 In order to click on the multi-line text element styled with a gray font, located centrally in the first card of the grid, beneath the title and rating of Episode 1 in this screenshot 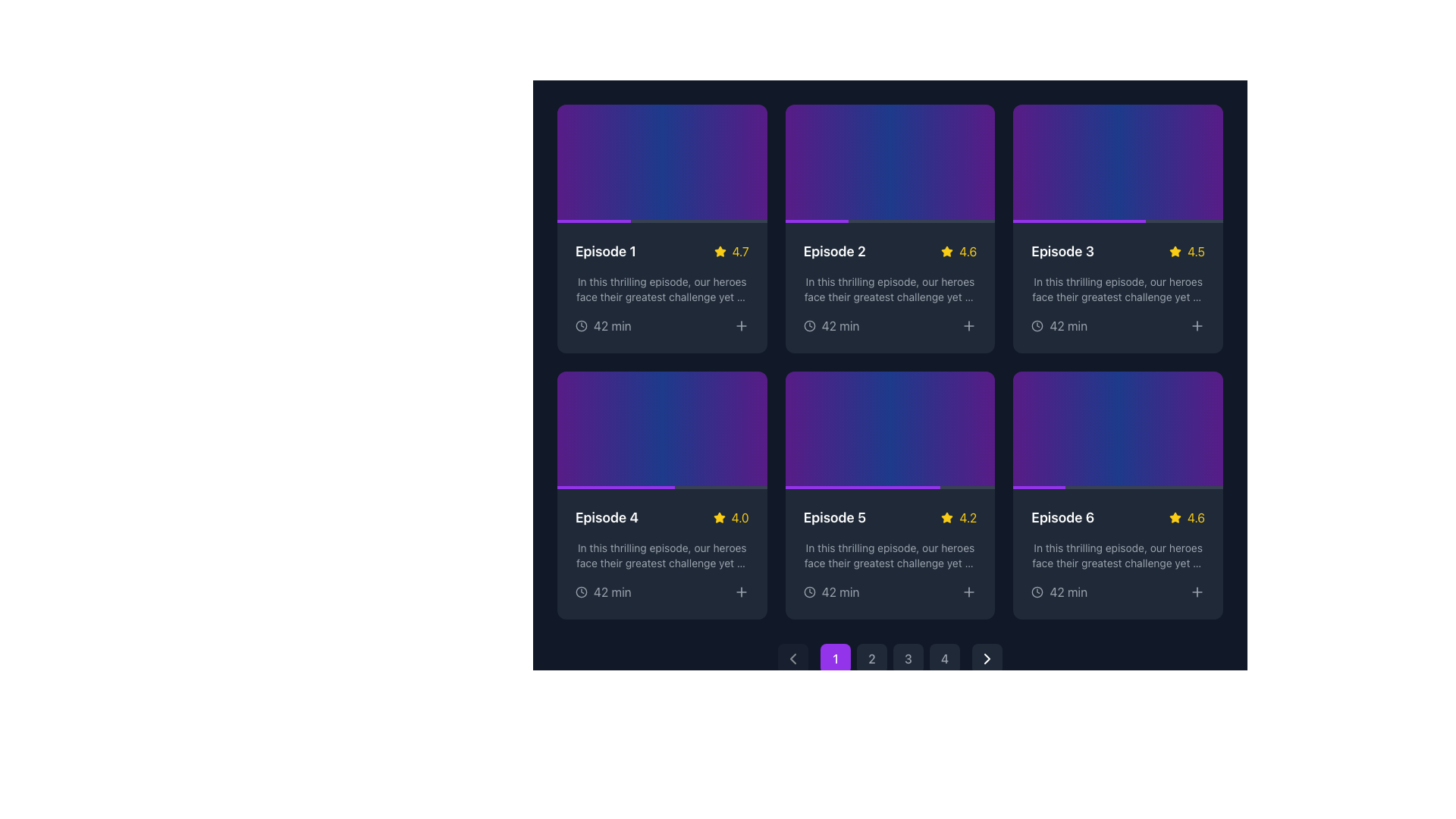, I will do `click(662, 289)`.